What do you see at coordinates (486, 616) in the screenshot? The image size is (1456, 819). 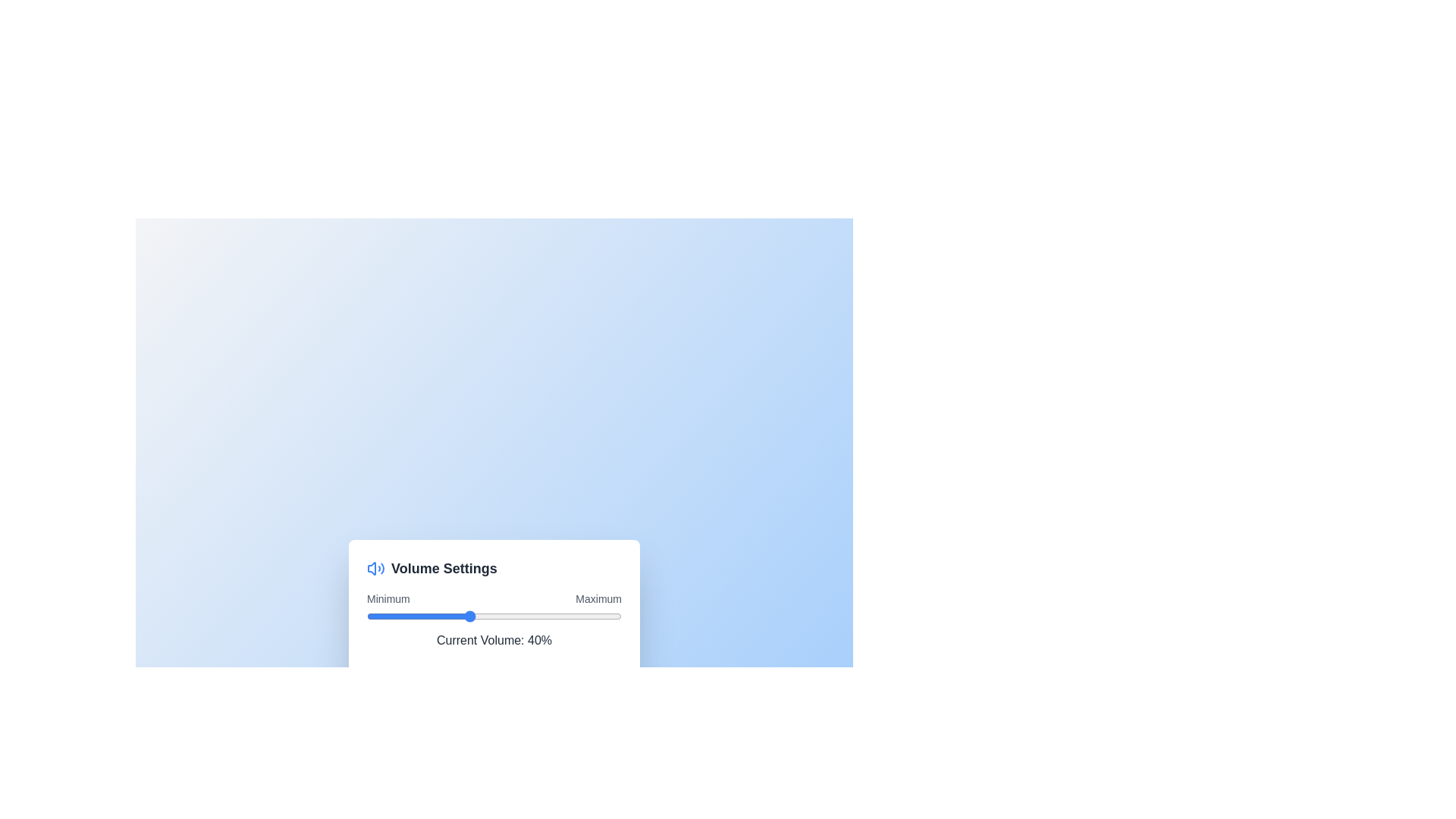 I see `the volume slider to 47%` at bounding box center [486, 616].